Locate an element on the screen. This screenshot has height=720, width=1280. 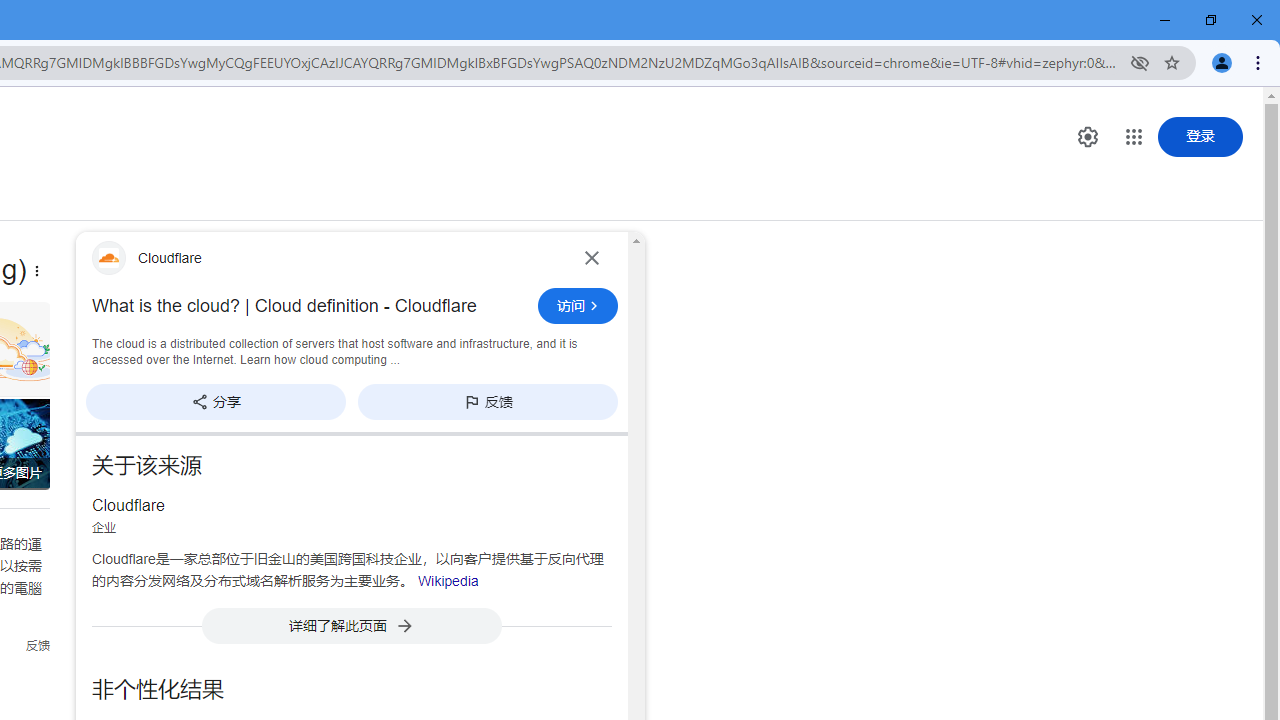
'Third-party cookies blocked' is located at coordinates (1139, 61).